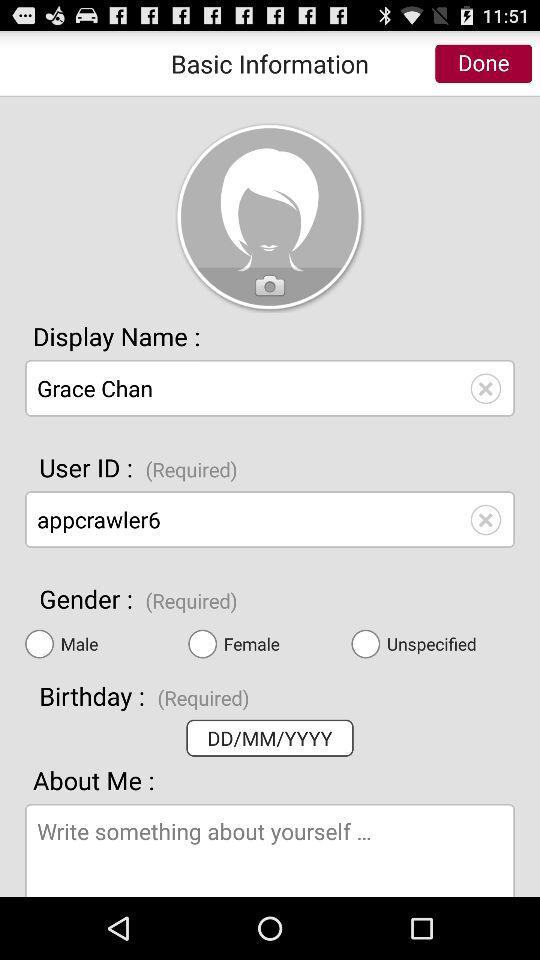 This screenshot has height=960, width=540. What do you see at coordinates (485, 556) in the screenshot?
I see `the close icon` at bounding box center [485, 556].